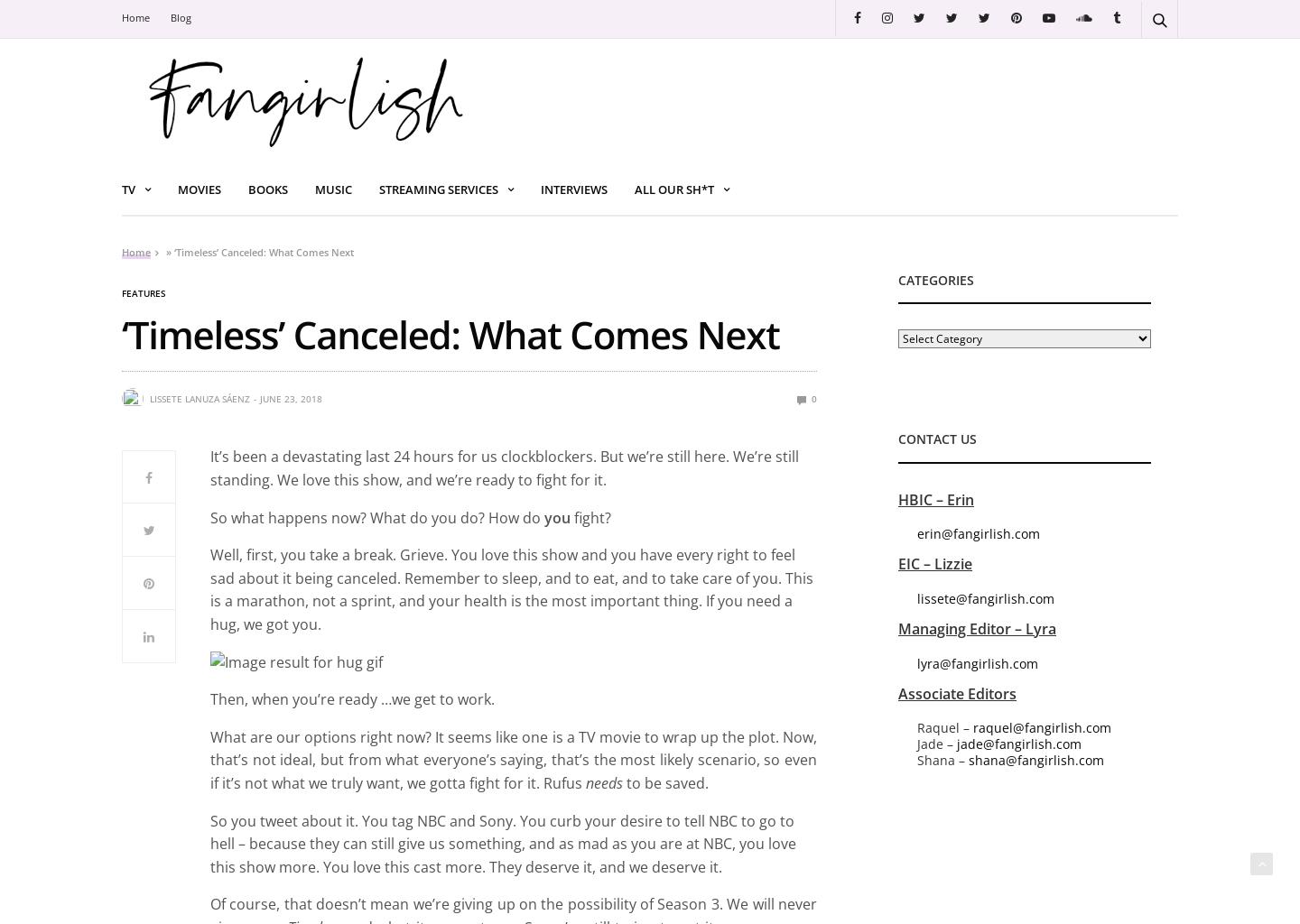 The width and height of the screenshot is (1300, 924). Describe the element at coordinates (511, 588) in the screenshot. I see `'Well, first, you take a break. Grieve. You love this show and you have every right to feel sad about it being canceled. Remember to sleep, and to eat, and to take care of you. This is a marathon, not a sprint, and your health is the most important thing. If you need a hug, we got you.'` at that location.